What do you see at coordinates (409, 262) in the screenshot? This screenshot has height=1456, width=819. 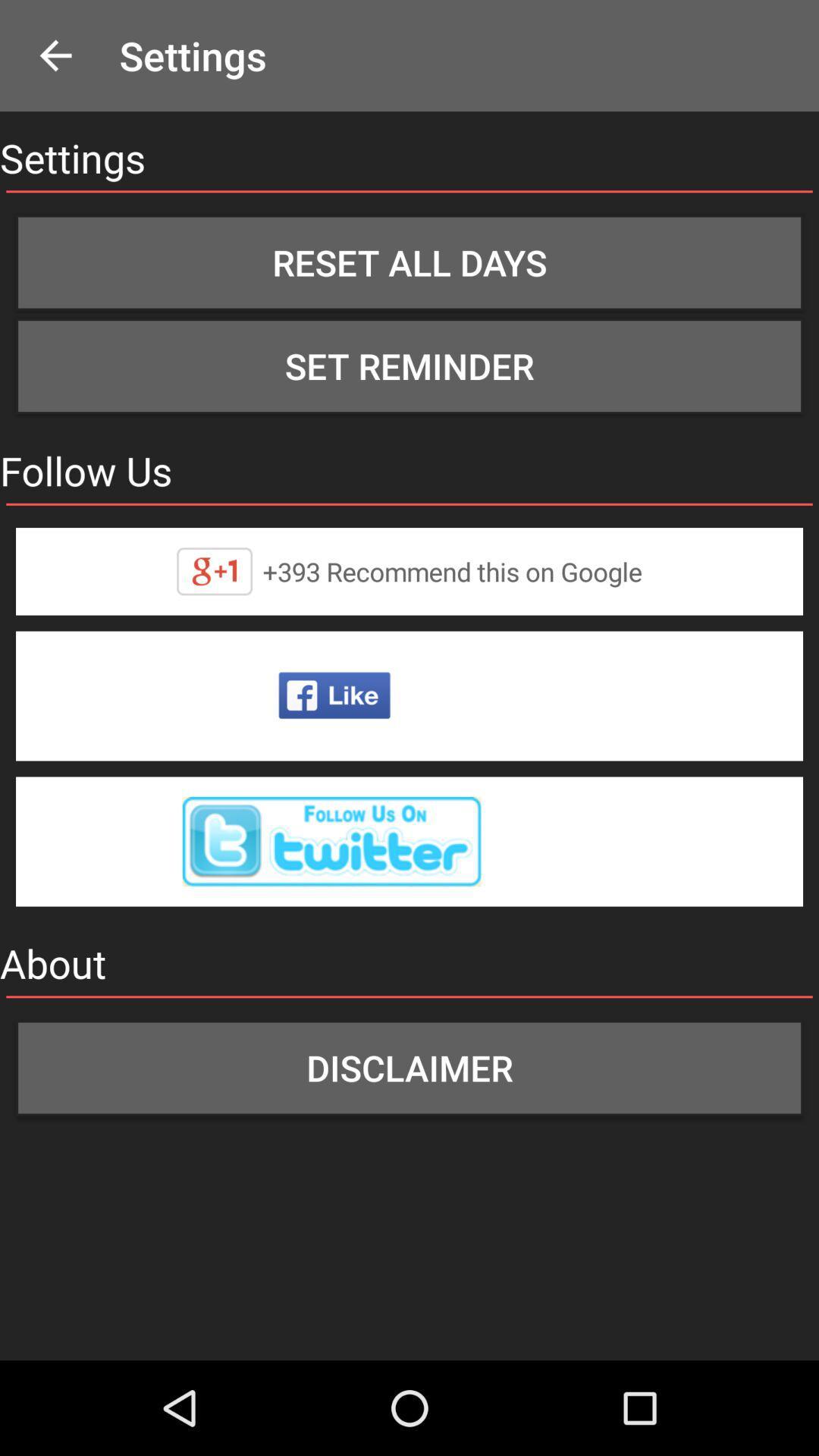 I see `reset all days icon` at bounding box center [409, 262].